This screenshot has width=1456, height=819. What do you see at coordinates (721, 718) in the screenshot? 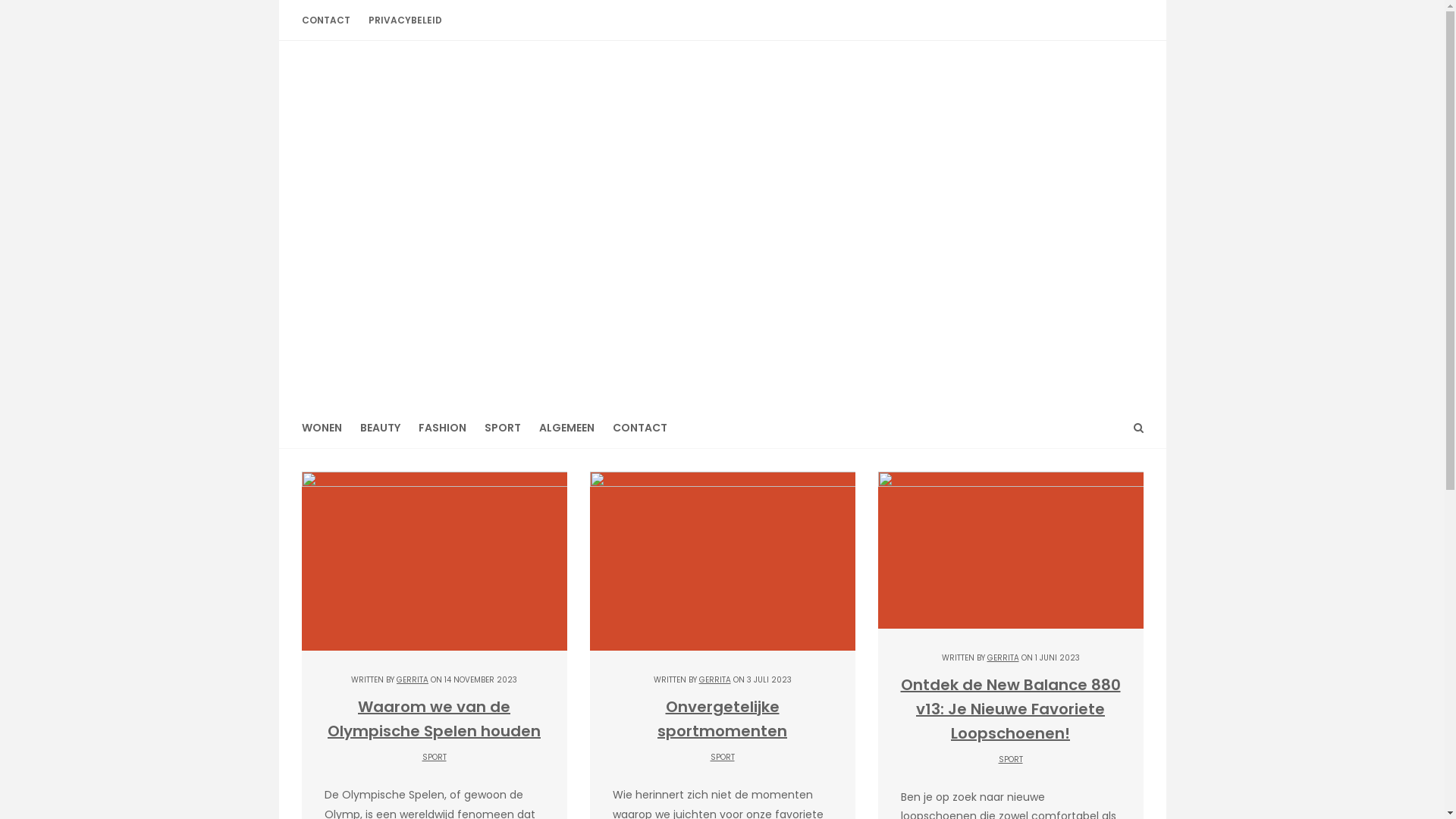
I see `'Onvergetelijke sportmomenten'` at bounding box center [721, 718].